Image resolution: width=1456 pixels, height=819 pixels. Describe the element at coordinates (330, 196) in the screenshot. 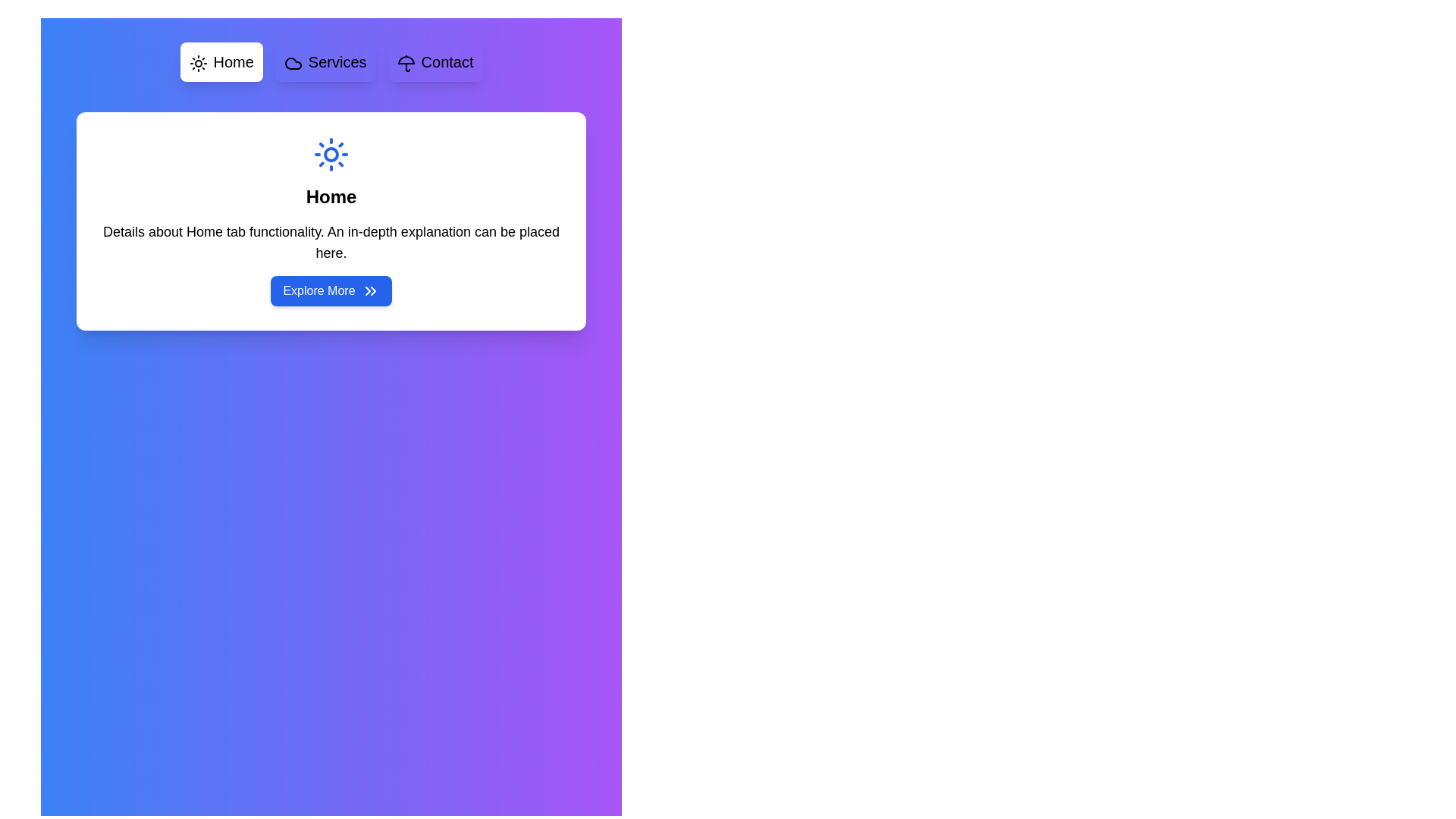

I see `the large, bold text element displaying 'Home' that serves as a title above a descriptive paragraph` at that location.